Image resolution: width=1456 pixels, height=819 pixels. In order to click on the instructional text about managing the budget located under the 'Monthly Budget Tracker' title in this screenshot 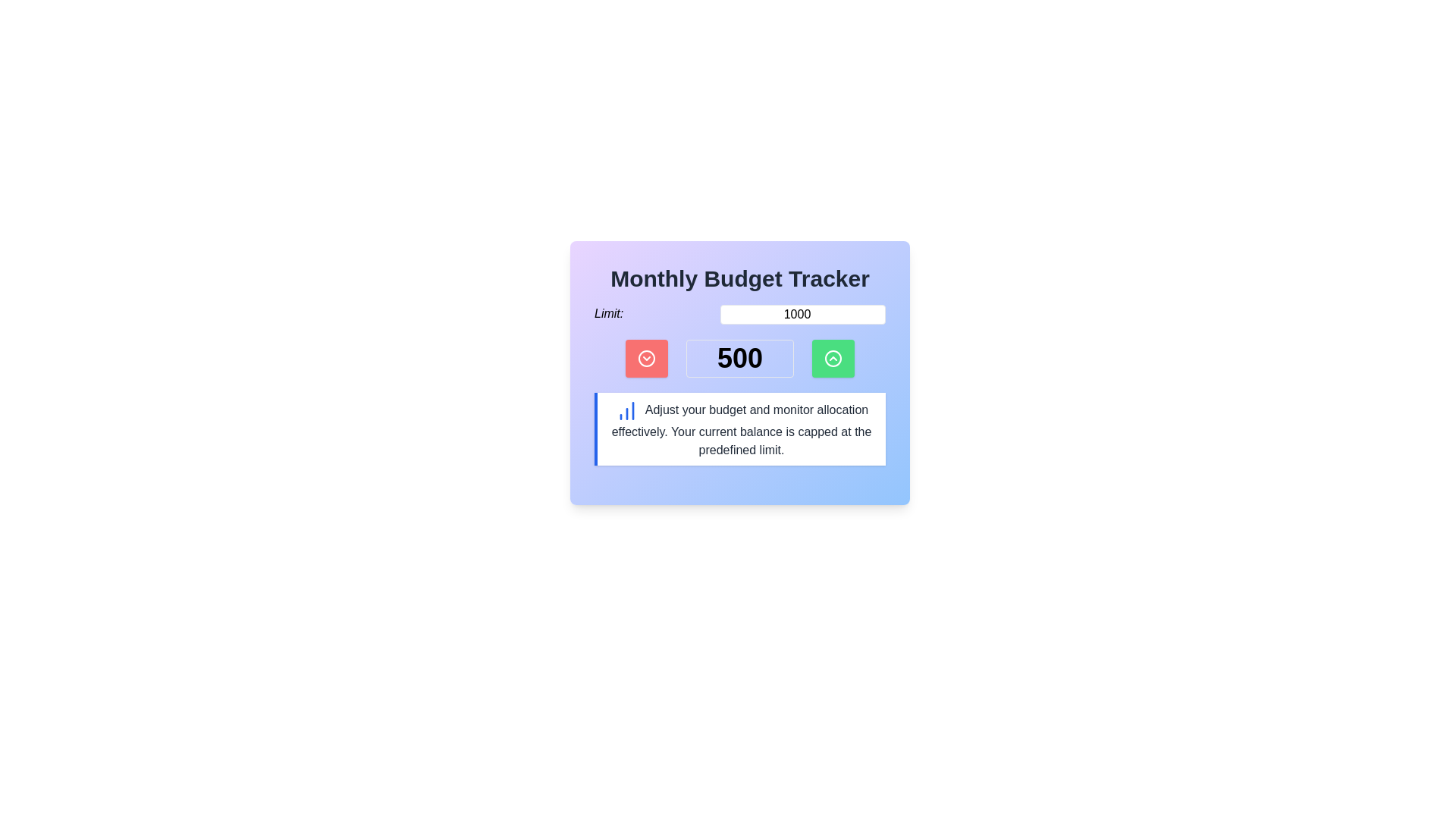, I will do `click(742, 430)`.